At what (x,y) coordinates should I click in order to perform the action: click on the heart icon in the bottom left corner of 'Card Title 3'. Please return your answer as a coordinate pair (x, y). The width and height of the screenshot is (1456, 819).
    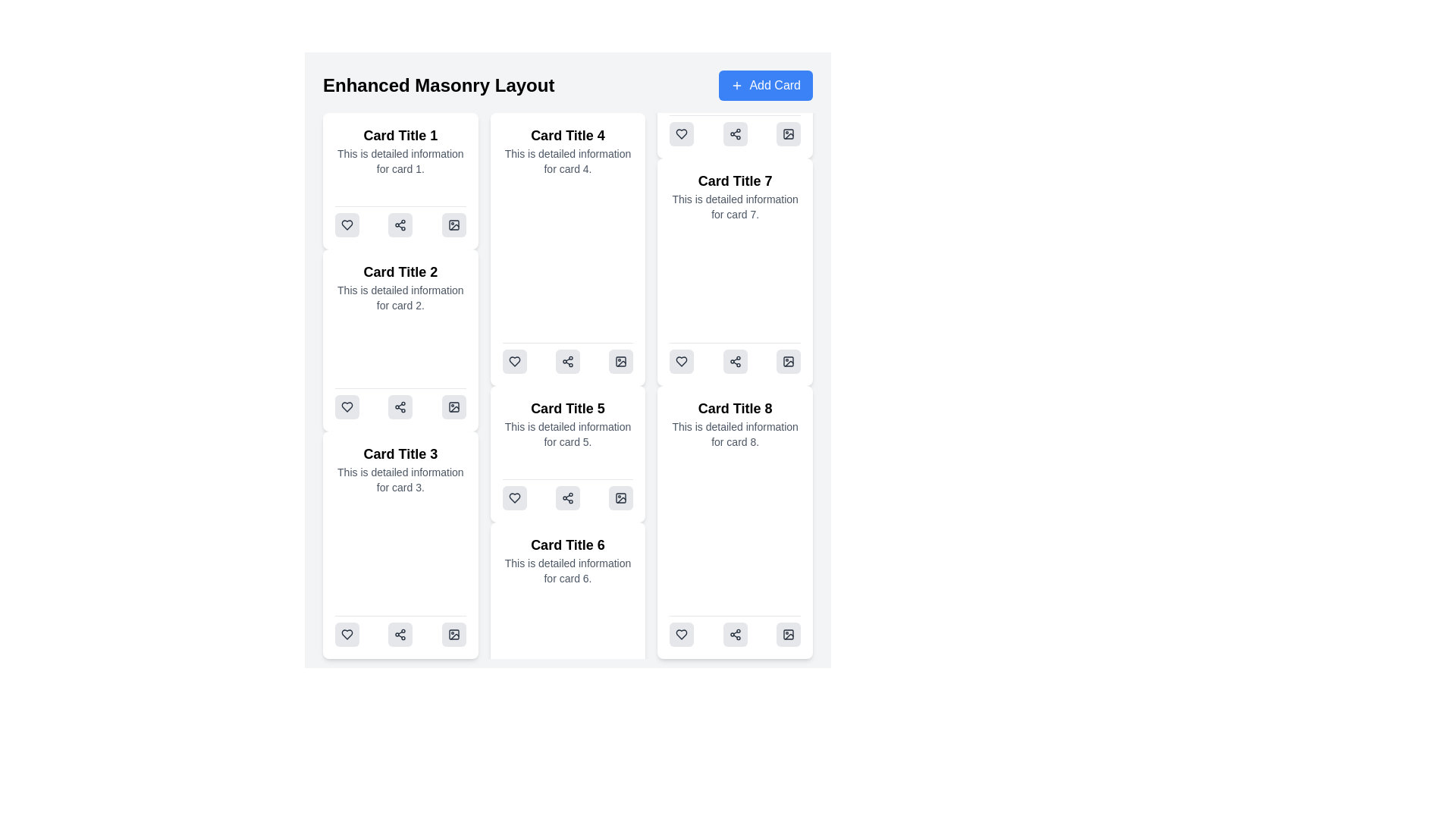
    Looking at the image, I should click on (346, 635).